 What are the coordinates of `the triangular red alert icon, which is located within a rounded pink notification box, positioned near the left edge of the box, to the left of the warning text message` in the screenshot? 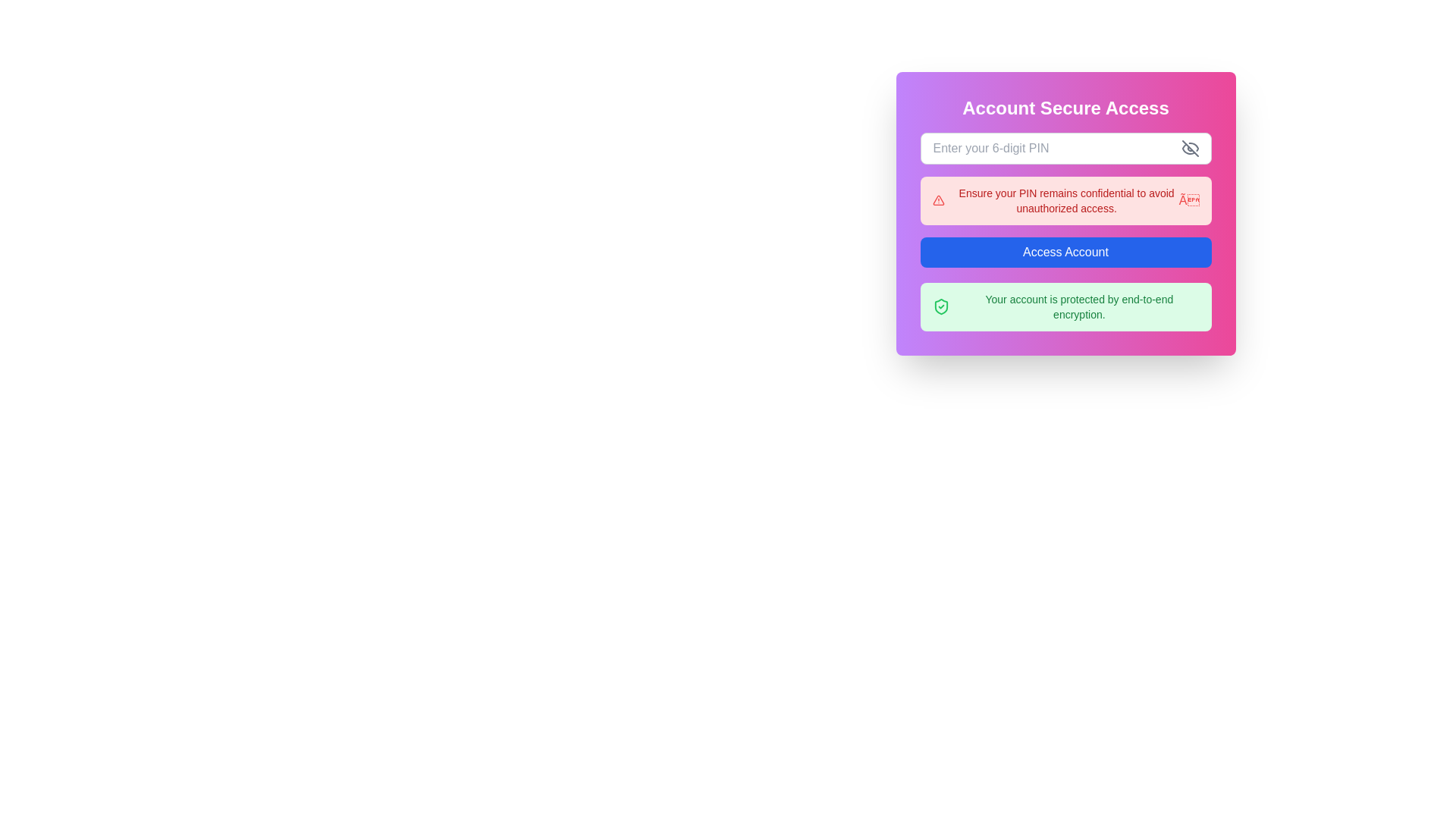 It's located at (938, 200).